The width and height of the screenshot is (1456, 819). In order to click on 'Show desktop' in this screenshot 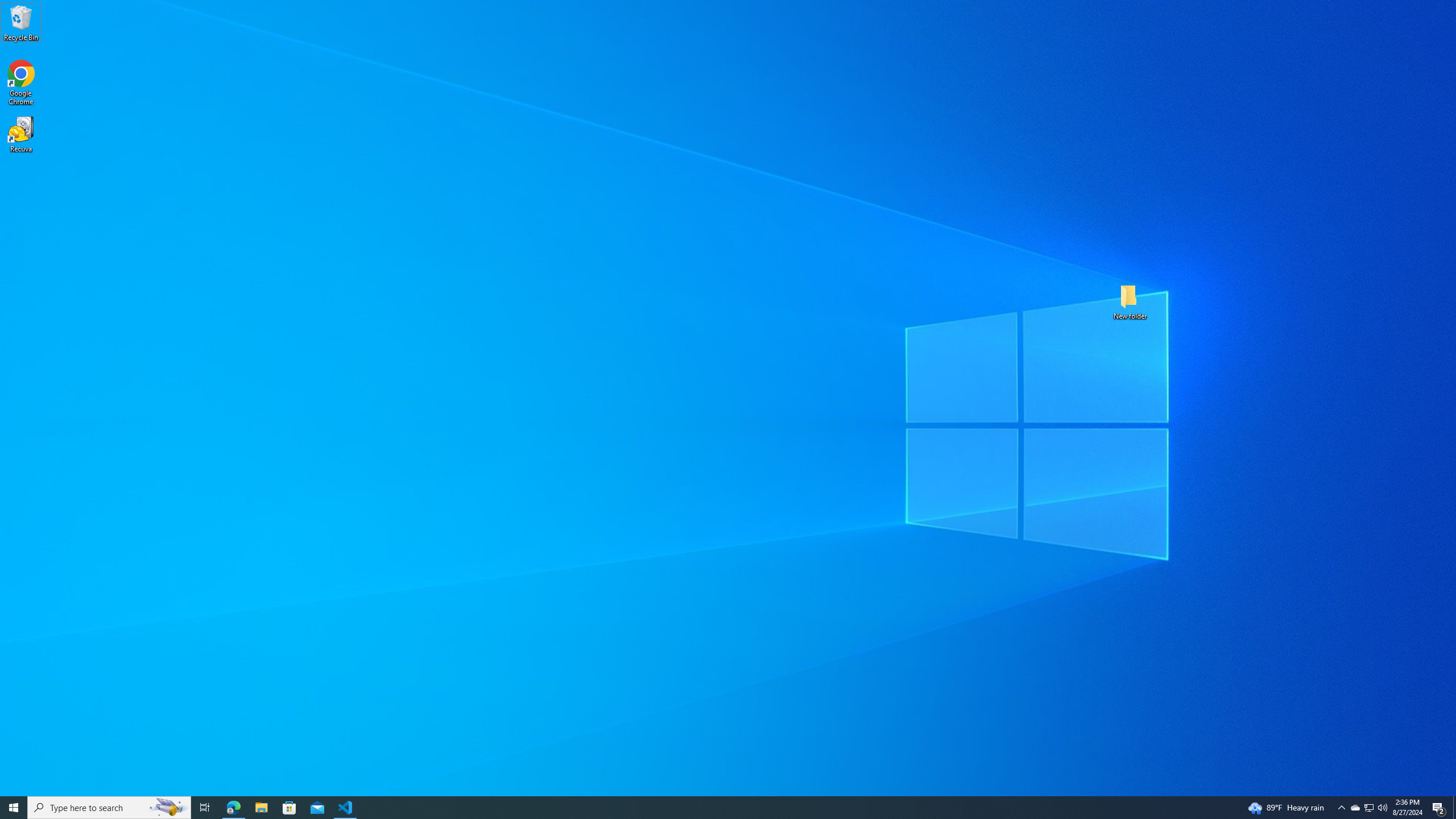, I will do `click(1454, 806)`.